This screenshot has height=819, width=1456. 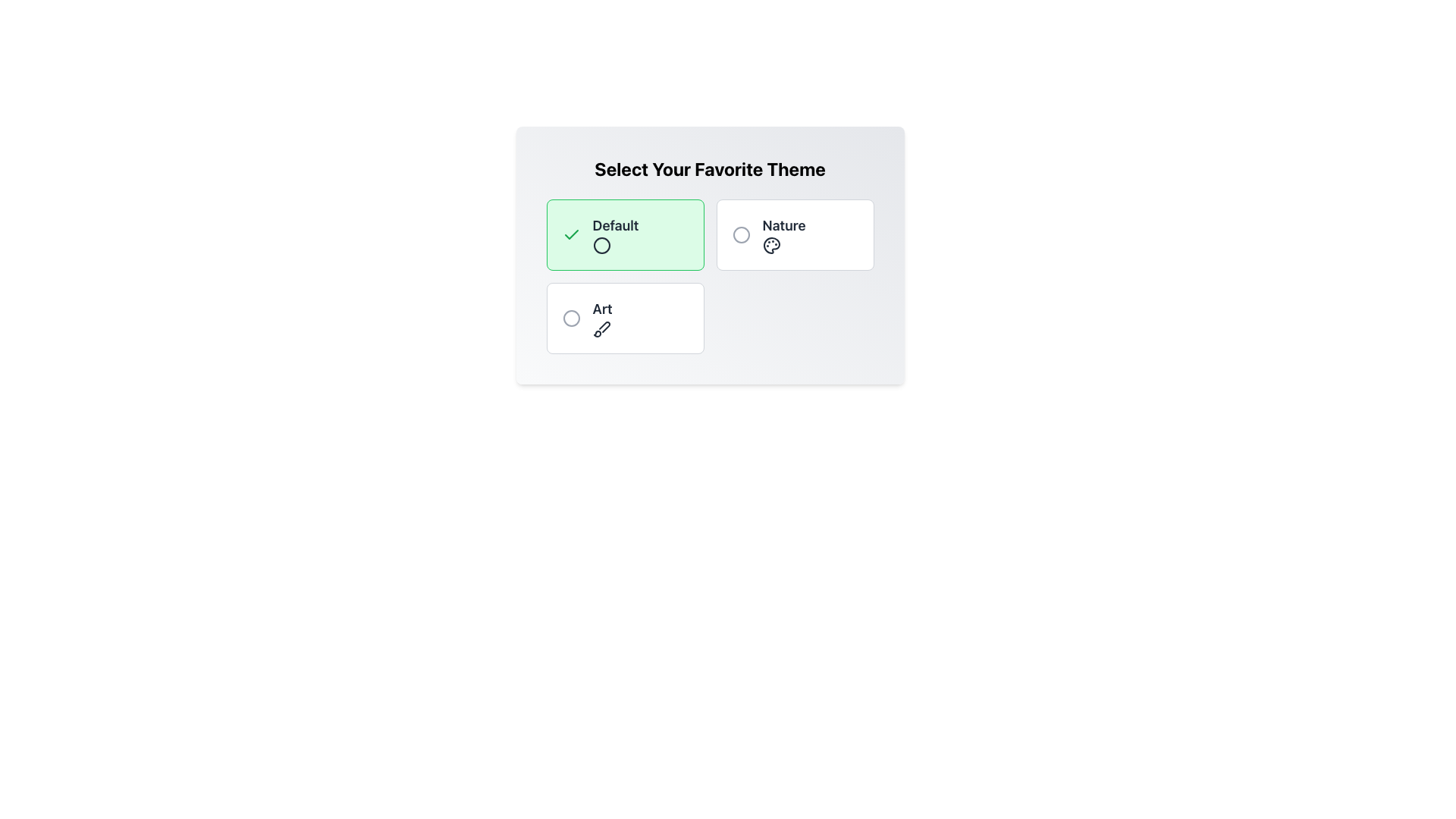 What do you see at coordinates (771, 245) in the screenshot?
I see `the 'Nature' theme option icon, which is centrally positioned under the 'Nature' text label in the theme selection options` at bounding box center [771, 245].